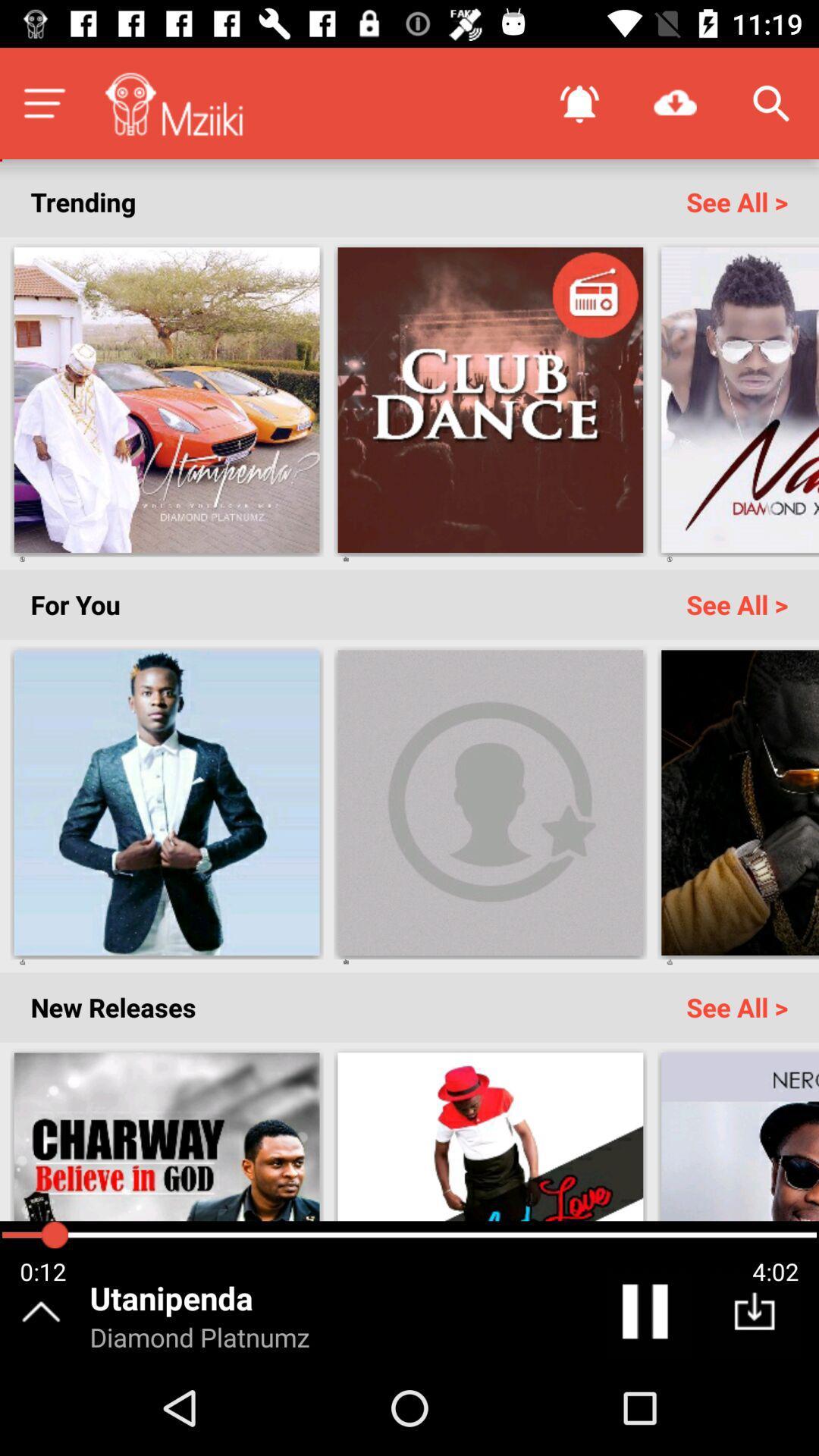  I want to click on open menu, so click(43, 102).